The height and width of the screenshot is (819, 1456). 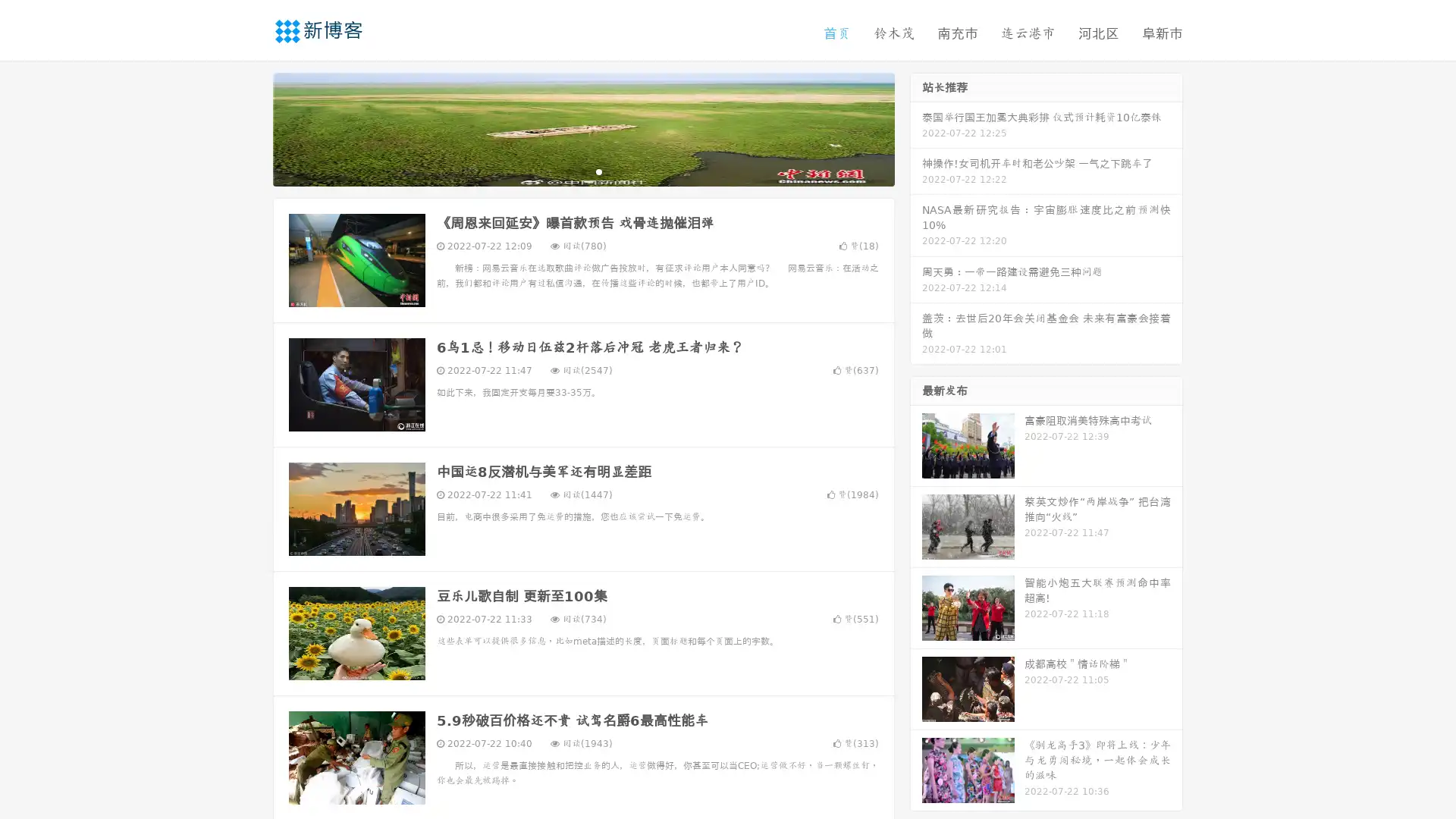 What do you see at coordinates (582, 171) in the screenshot?
I see `Go to slide 2` at bounding box center [582, 171].